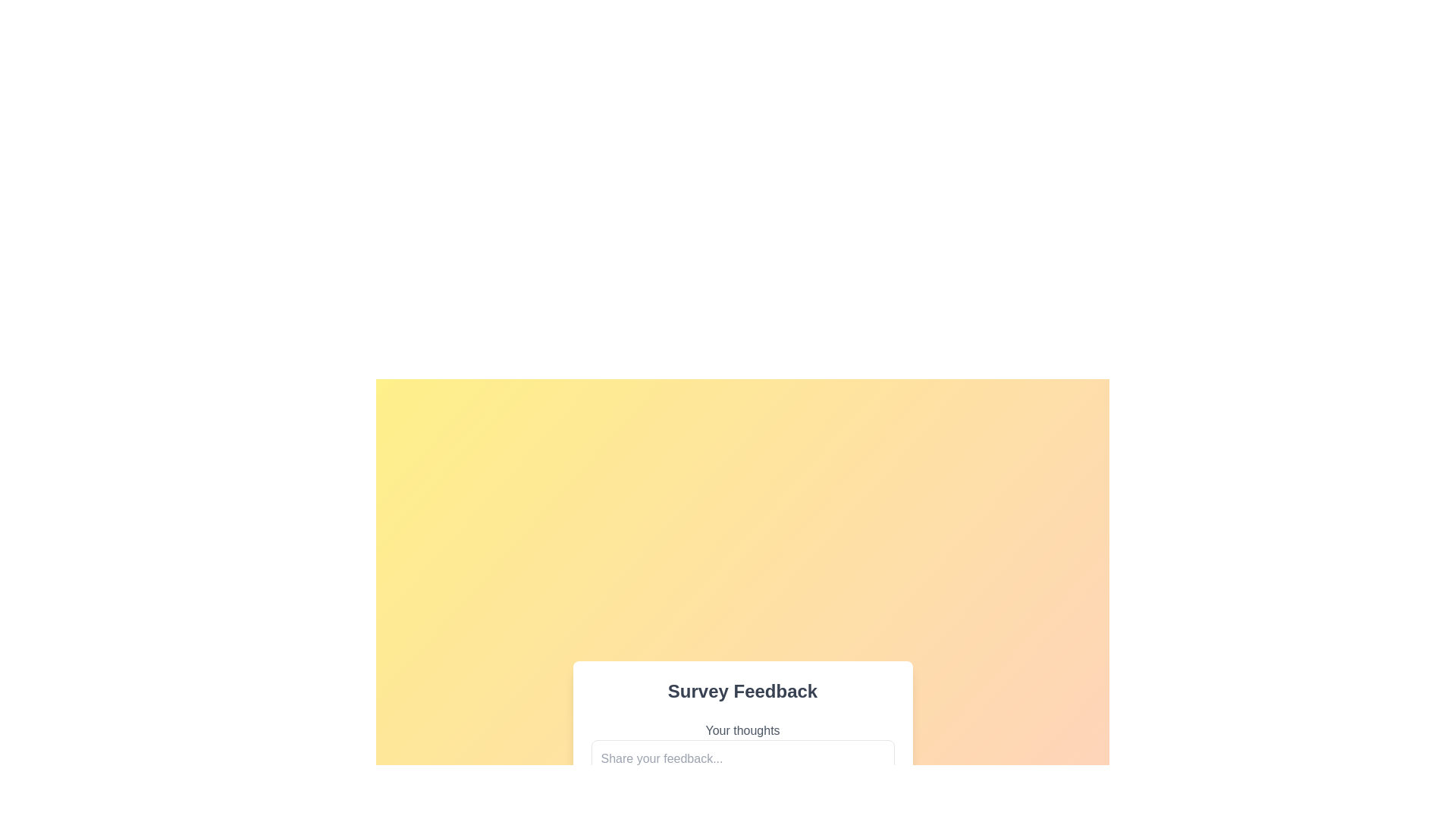  I want to click on the gray text label displaying 'Your thoughts', which is positioned above the feedback text input field in the 'Survey Feedback' form, so click(742, 730).